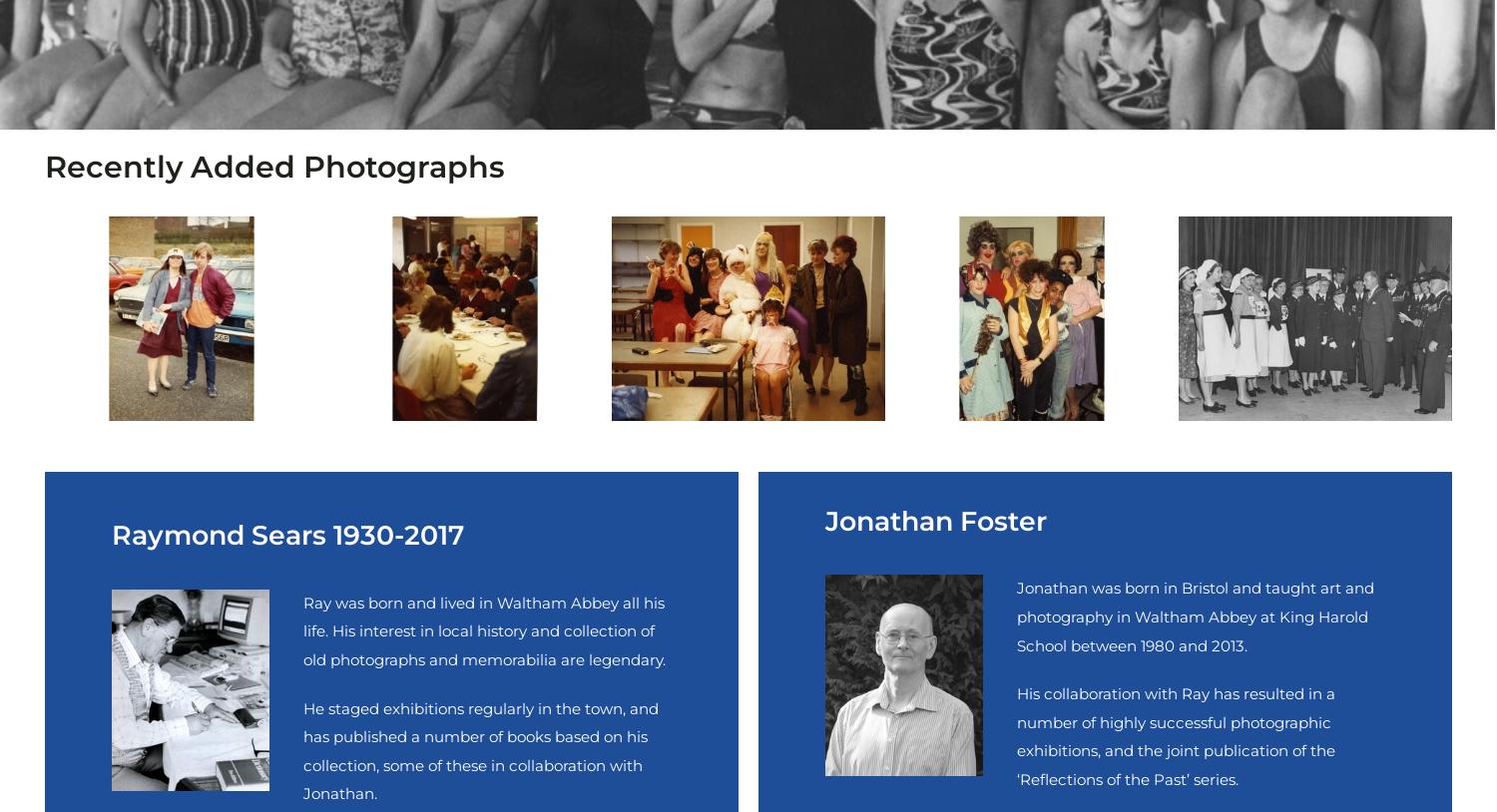 The width and height of the screenshot is (1497, 812). What do you see at coordinates (293, 422) in the screenshot?
I see `'Copyright © Reflections of the Past 2008 - 2023. All rights reserved.'` at bounding box center [293, 422].